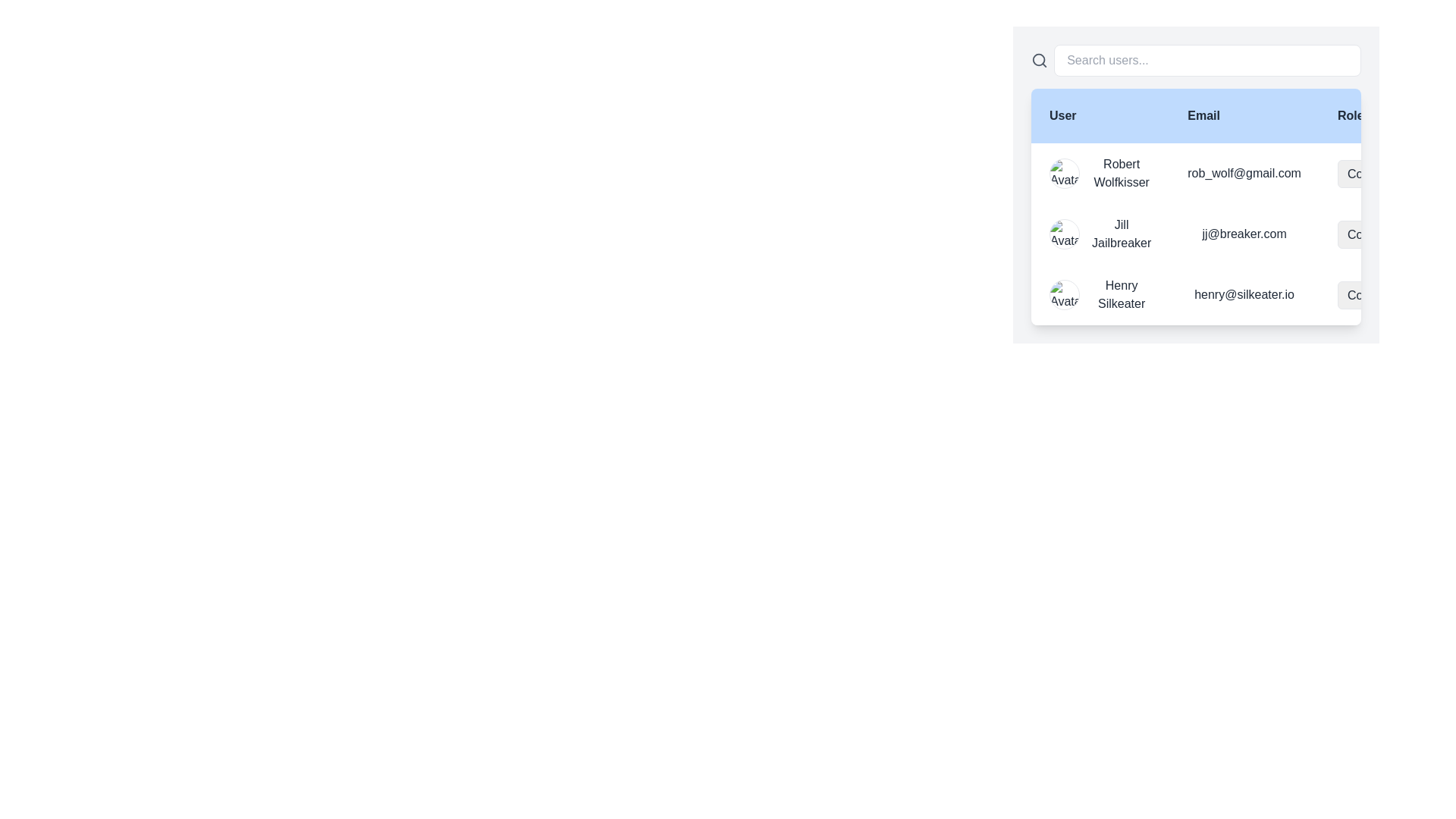  What do you see at coordinates (1122, 295) in the screenshot?
I see `the text label displaying 'Henry Silkeater', which is located` at bounding box center [1122, 295].